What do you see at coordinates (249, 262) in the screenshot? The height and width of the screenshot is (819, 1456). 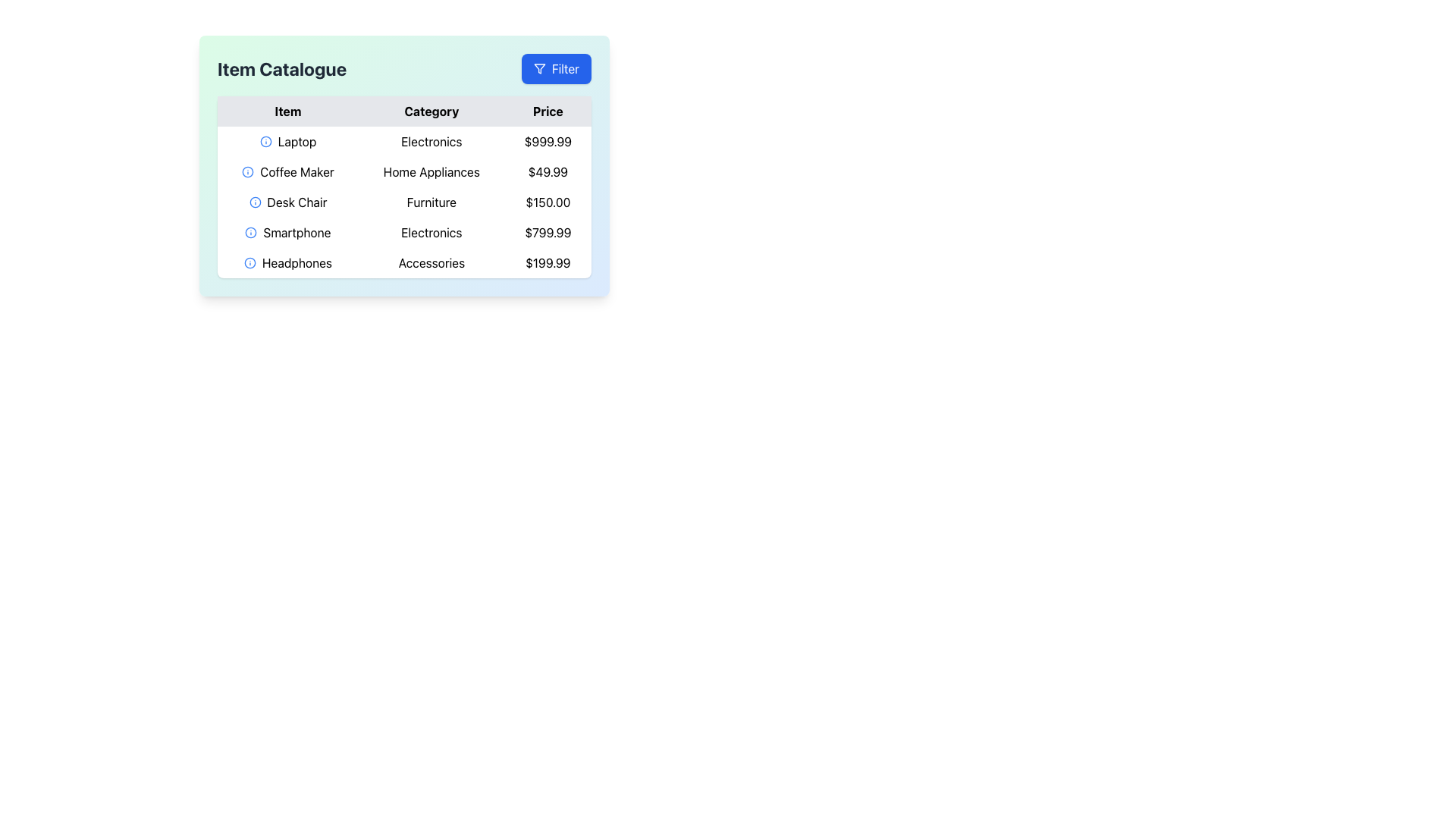 I see `the blue circle icon with an 'i' symbol located in the last row of the 'Item' column next to the text 'Headphones'` at bounding box center [249, 262].